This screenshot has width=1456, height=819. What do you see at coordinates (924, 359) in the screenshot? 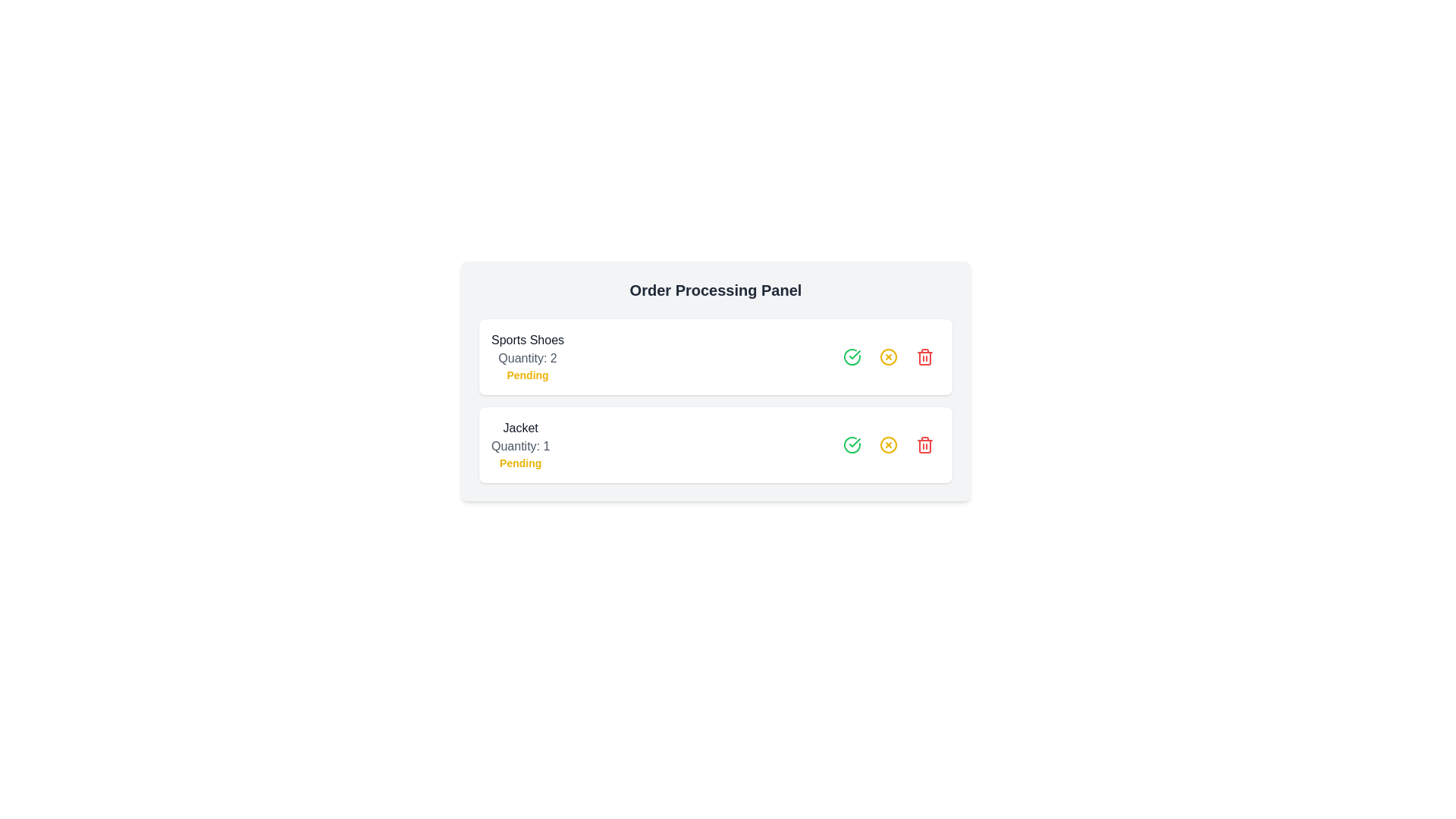
I see `the body of the trash bin icon, which is part of the SVG graphic located in the bottom-right corner of the second item card` at bounding box center [924, 359].